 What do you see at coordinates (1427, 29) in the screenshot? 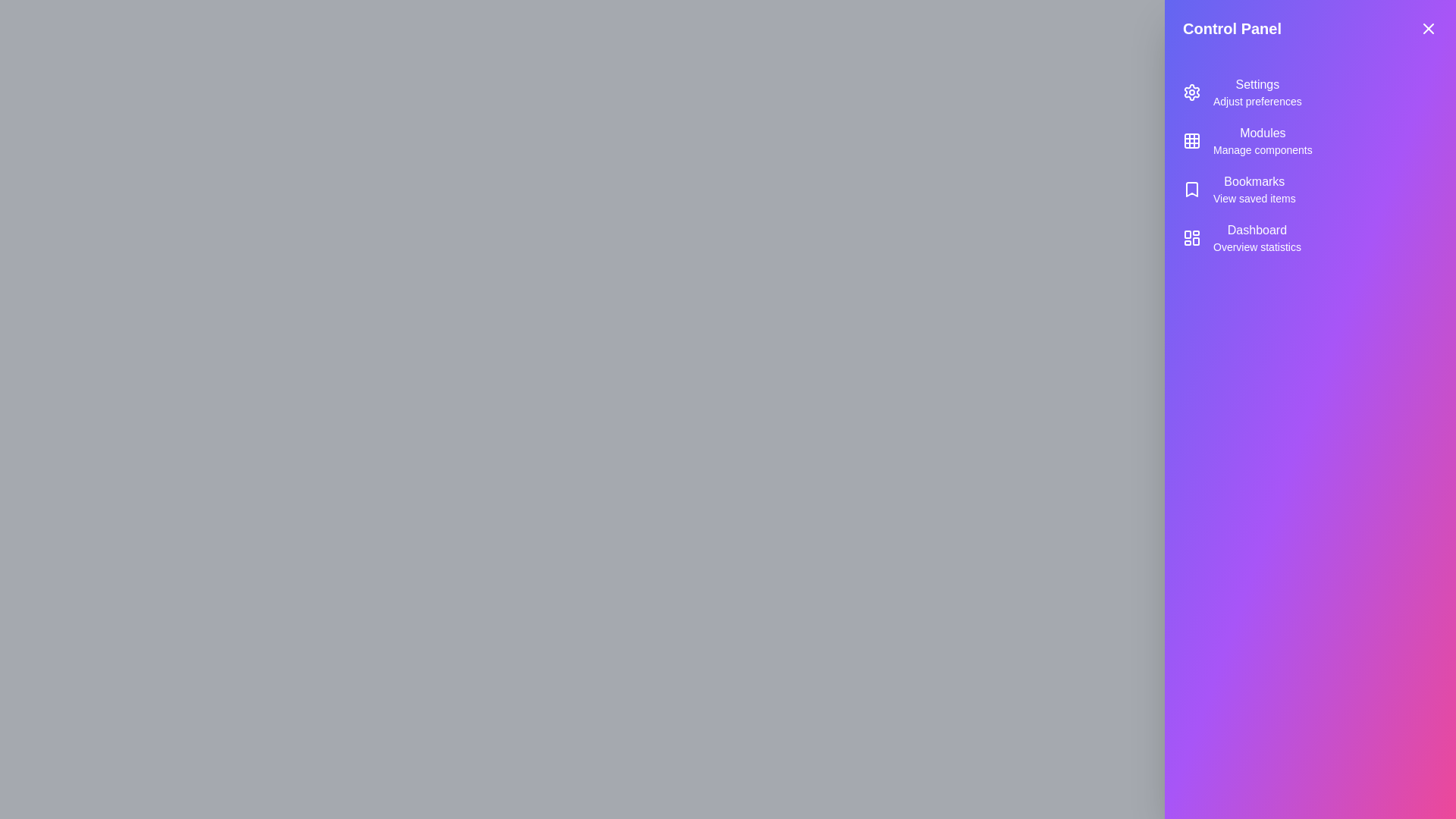
I see `the close button located at the top-right corner of the 'Control Panel'` at bounding box center [1427, 29].